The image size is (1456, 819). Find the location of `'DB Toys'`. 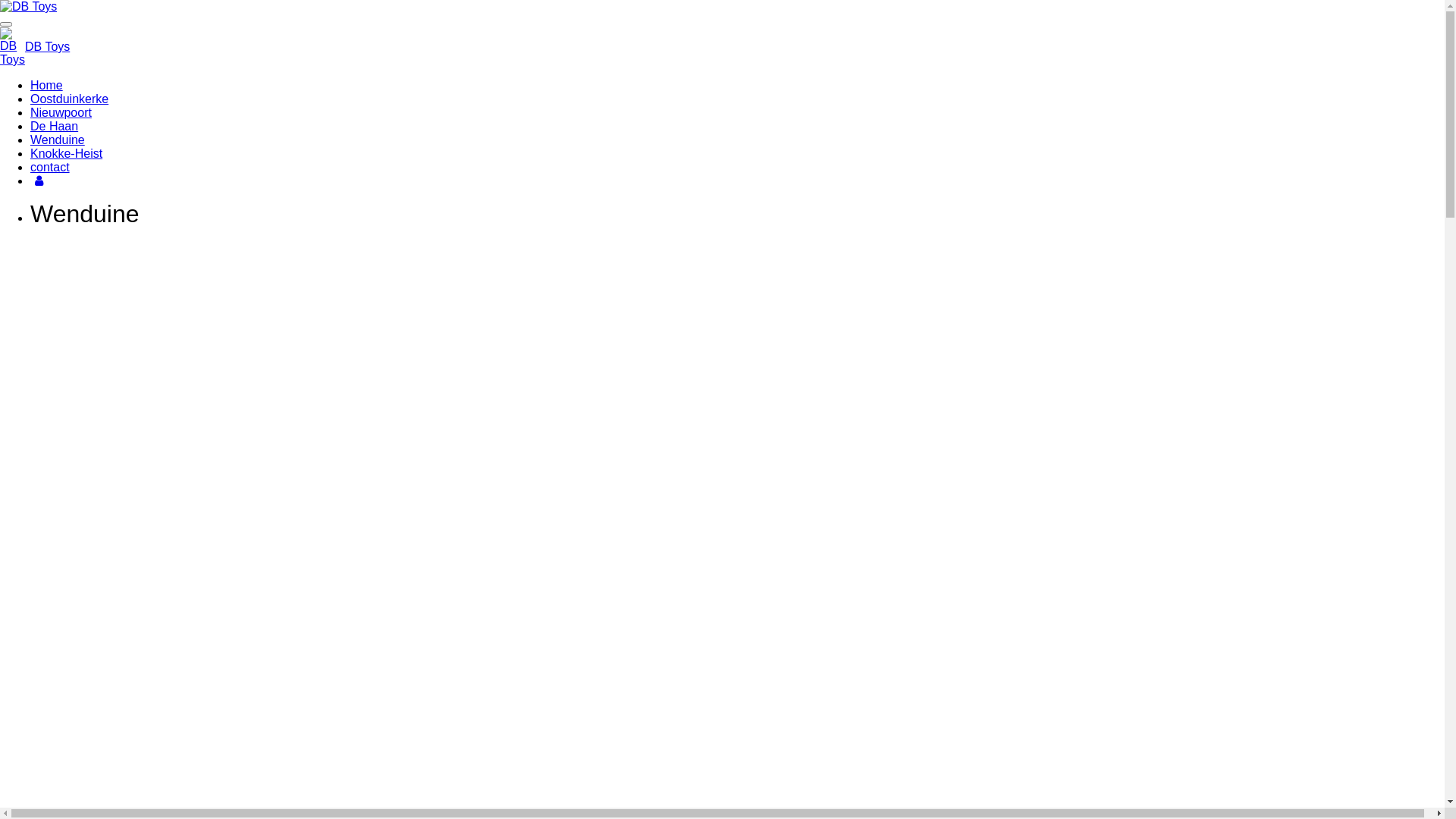

'DB Toys' is located at coordinates (25, 45).